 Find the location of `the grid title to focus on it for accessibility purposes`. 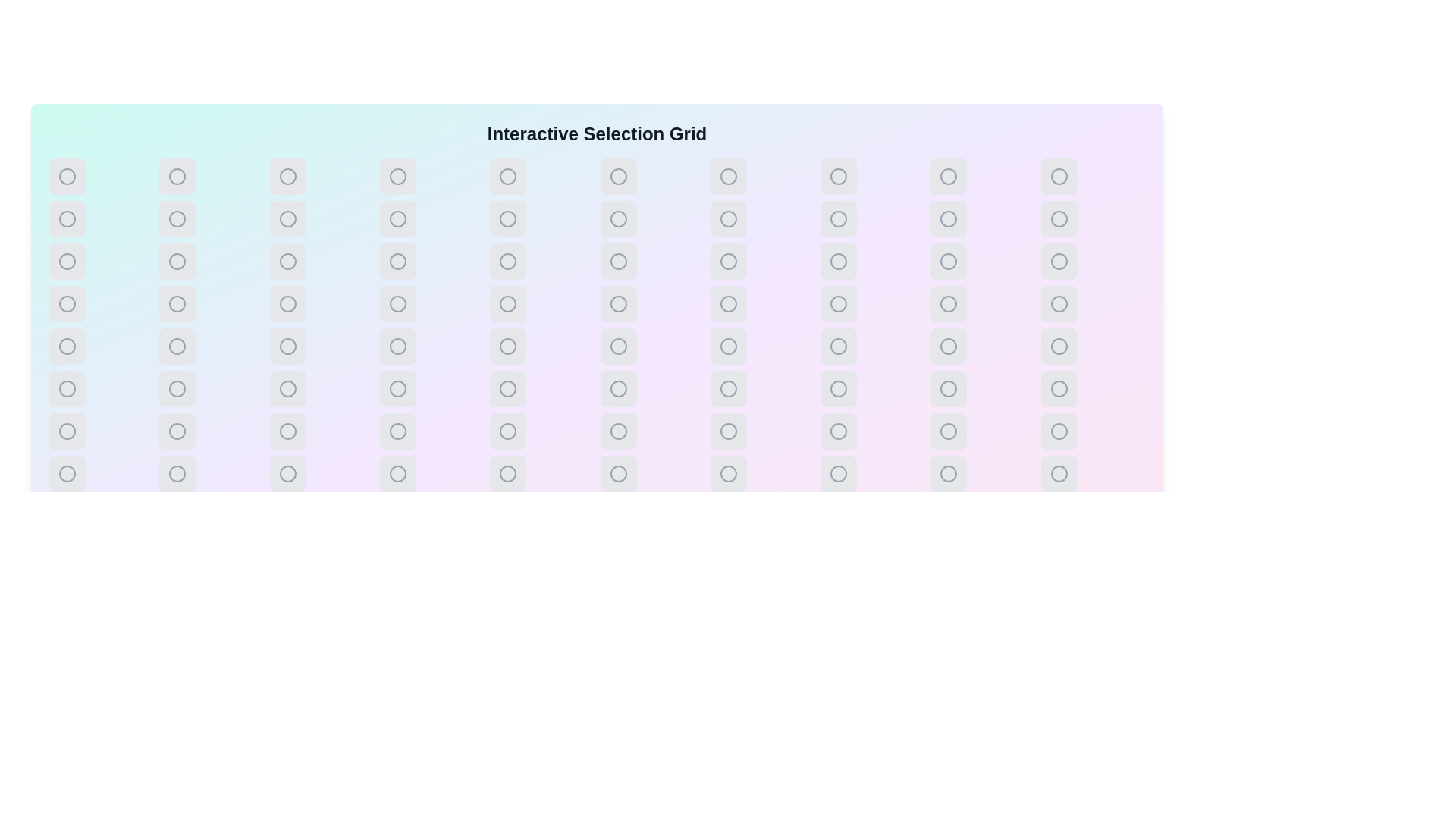

the grid title to focus on it for accessibility purposes is located at coordinates (582, 133).